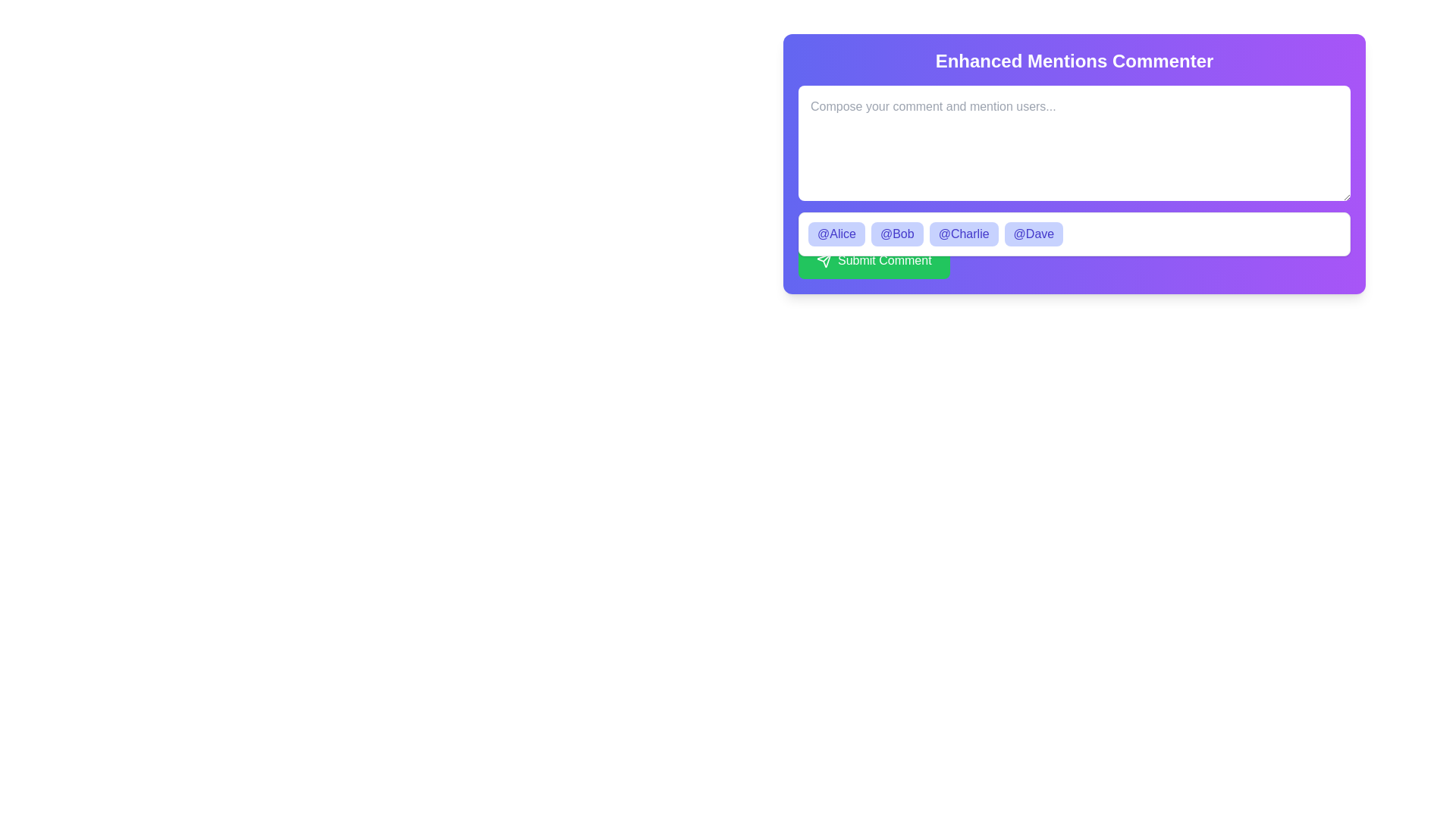 This screenshot has height=819, width=1456. What do you see at coordinates (963, 234) in the screenshot?
I see `the third interactive button for tagging or mentioning the user named '@Charlie' located below the 'Enhanced Mentions Commenter' input field` at bounding box center [963, 234].